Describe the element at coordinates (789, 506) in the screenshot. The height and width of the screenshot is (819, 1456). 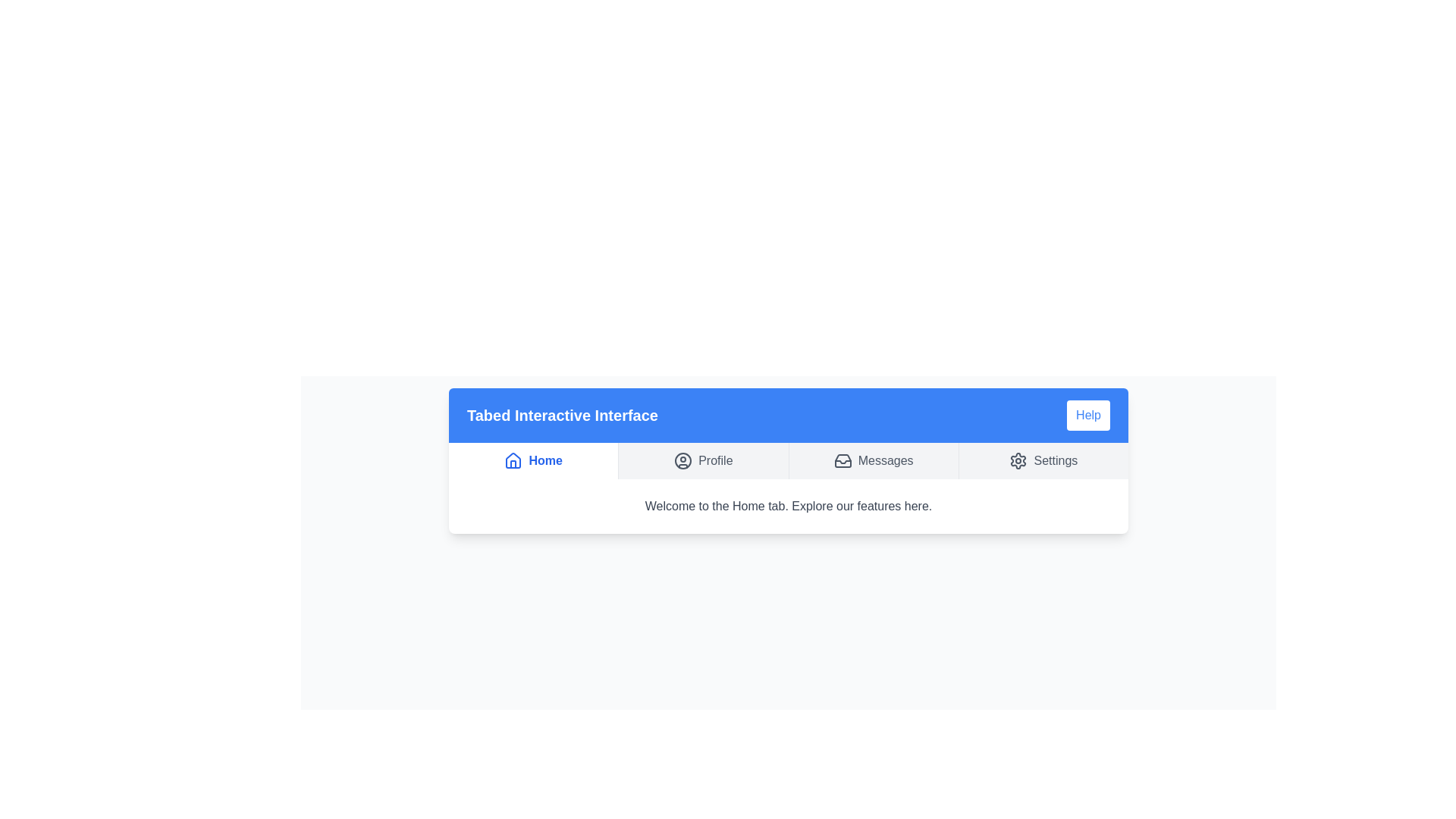
I see `the text block displaying the message 'Welcome to the Home tab. Explore our features here.' which is located in the bottom section beneath the navigation tabs` at that location.